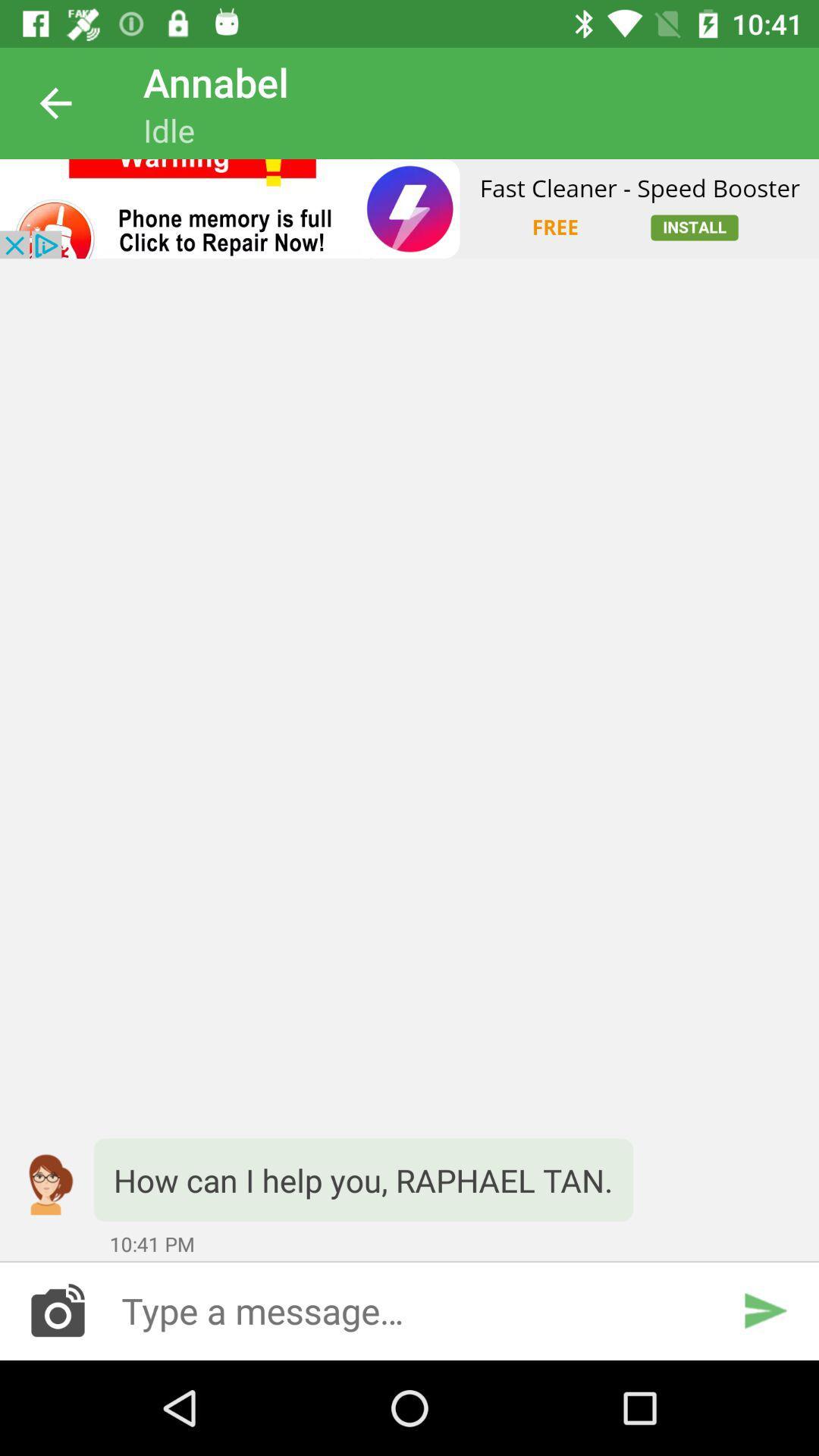 Image resolution: width=819 pixels, height=1456 pixels. Describe the element at coordinates (409, 208) in the screenshot. I see `the add link` at that location.